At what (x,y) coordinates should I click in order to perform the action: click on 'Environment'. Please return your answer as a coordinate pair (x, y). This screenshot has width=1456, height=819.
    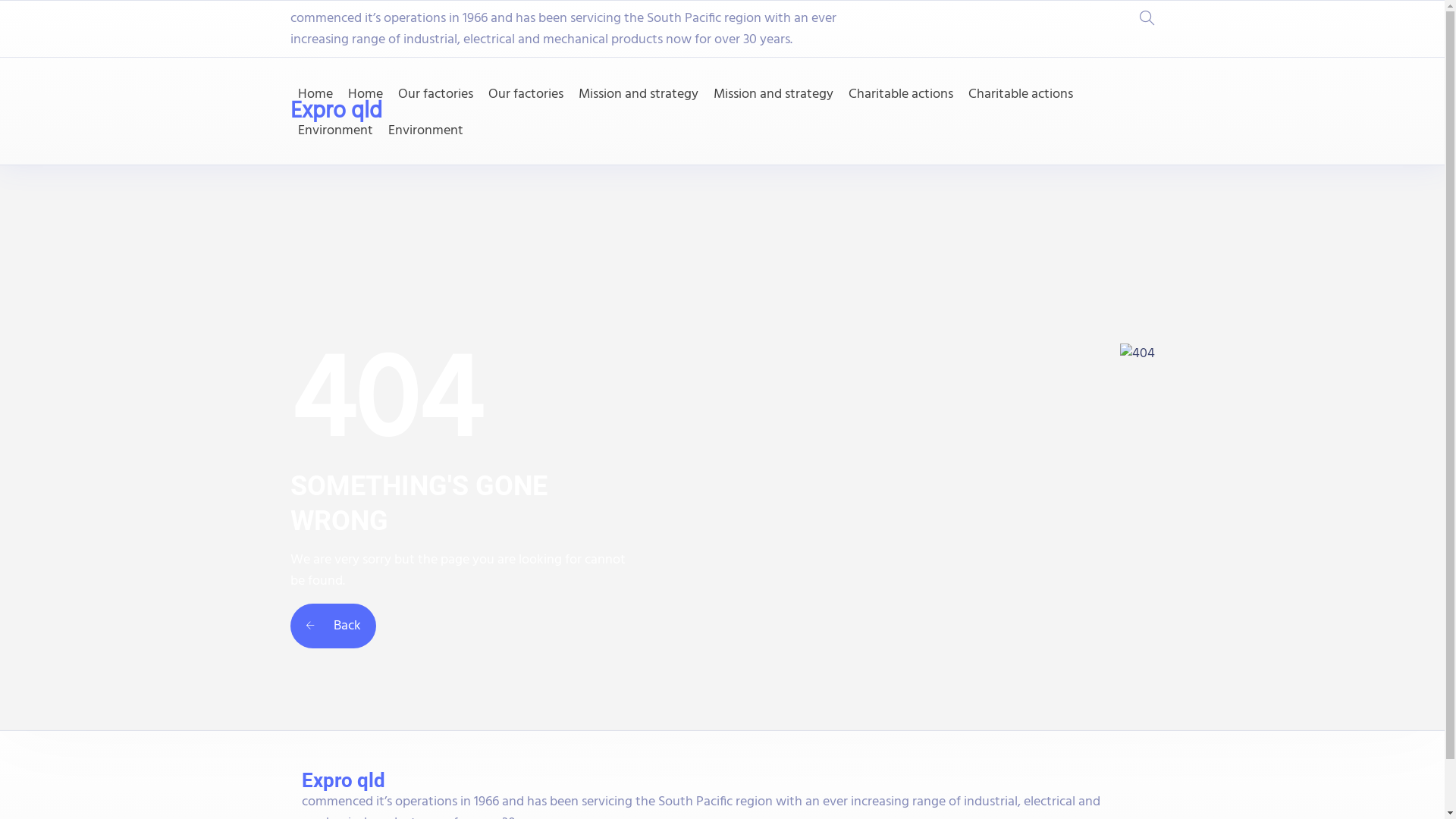
    Looking at the image, I should click on (334, 130).